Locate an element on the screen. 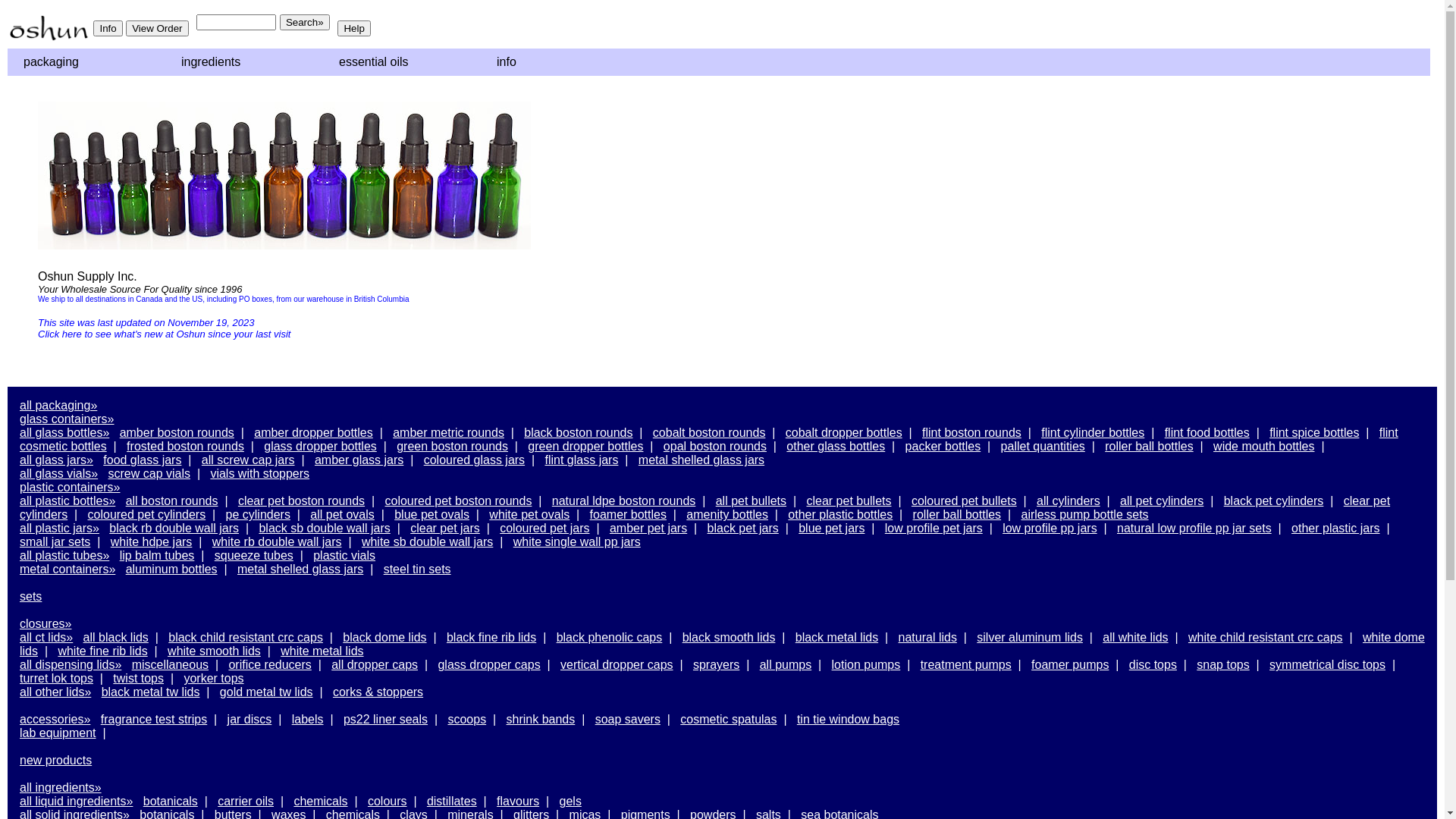  'white pet ovals' is located at coordinates (529, 513).